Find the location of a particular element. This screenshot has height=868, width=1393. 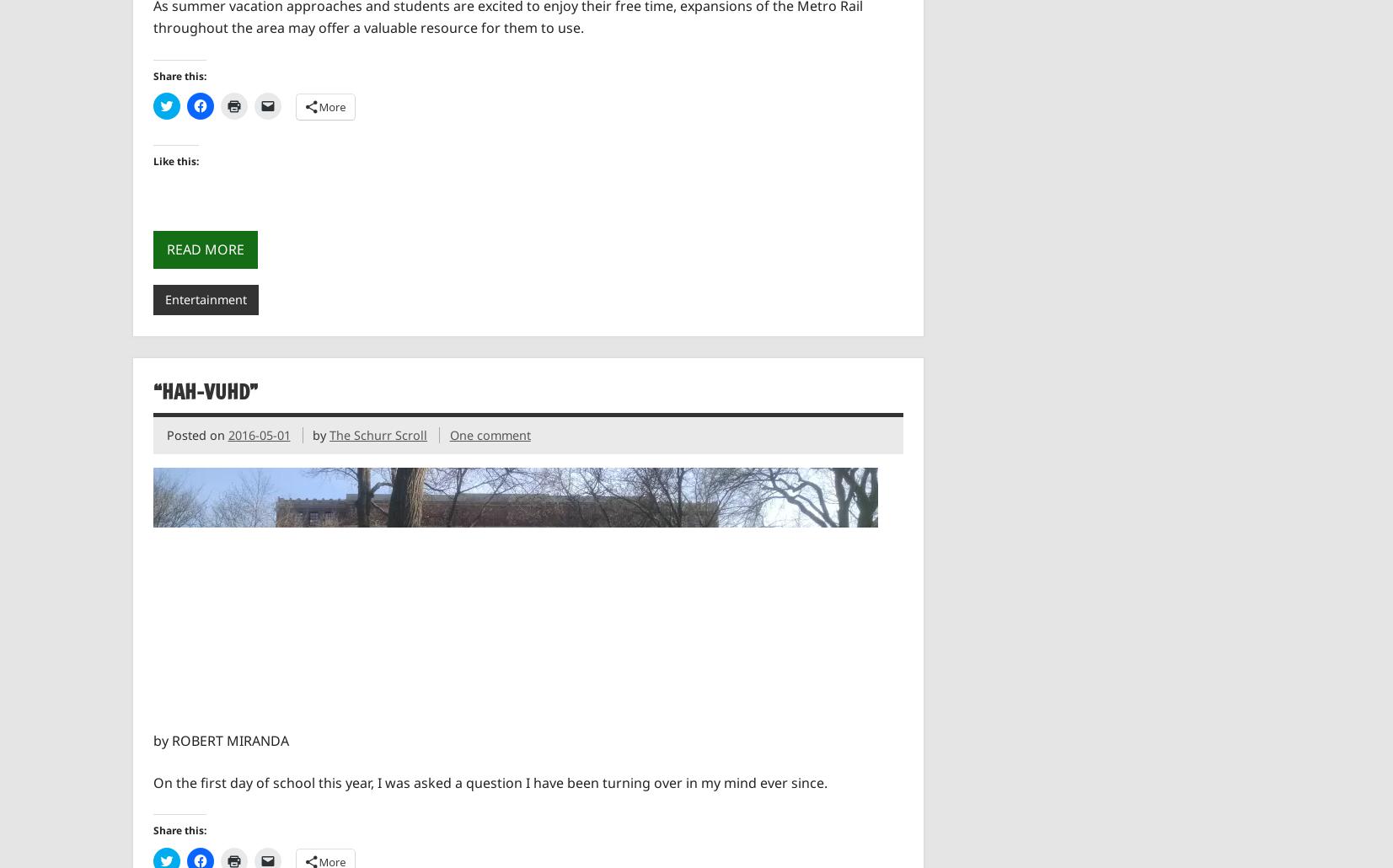

'Read more' is located at coordinates (165, 249).